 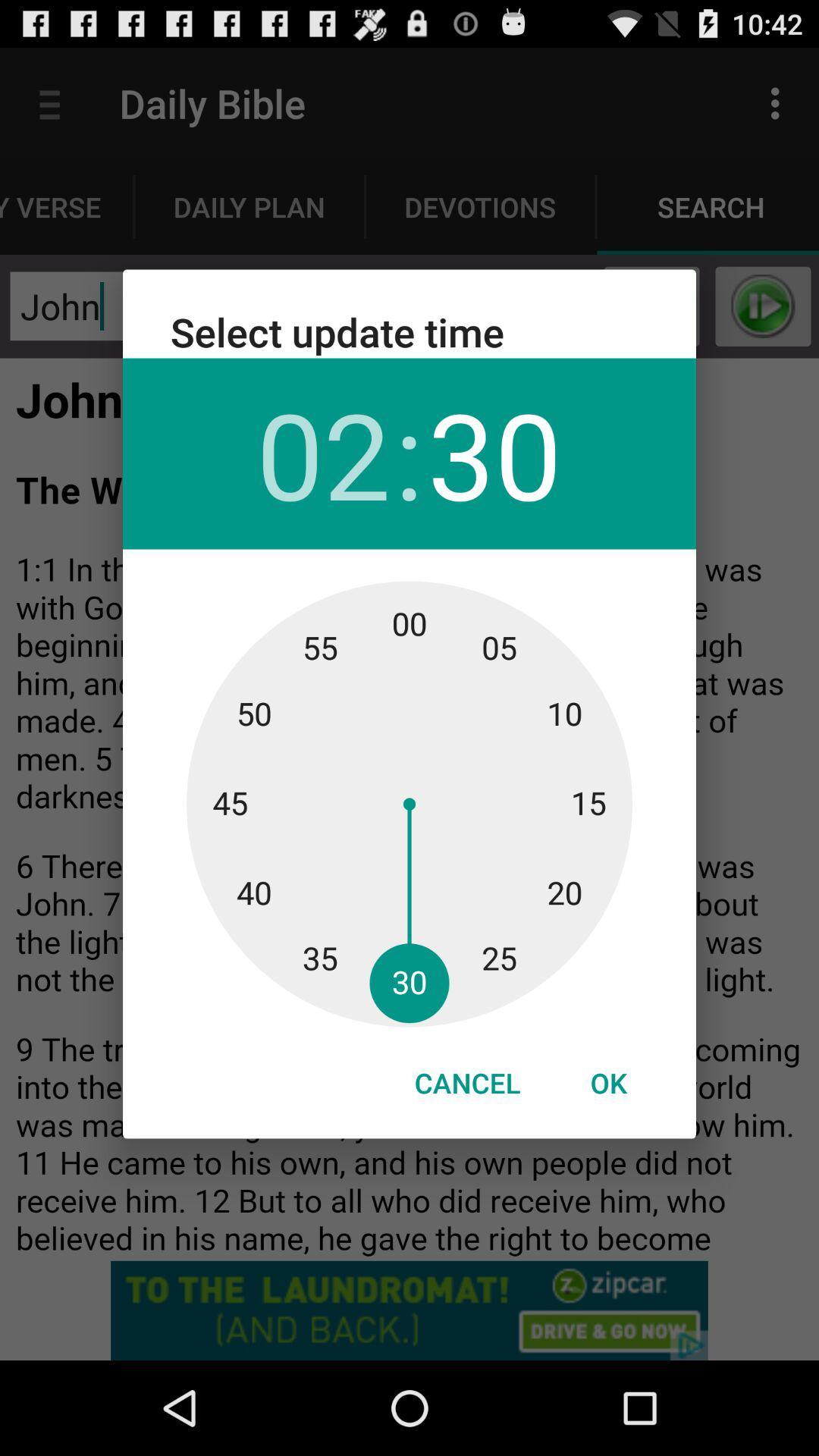 What do you see at coordinates (607, 1082) in the screenshot?
I see `icon to the right of cancel item` at bounding box center [607, 1082].